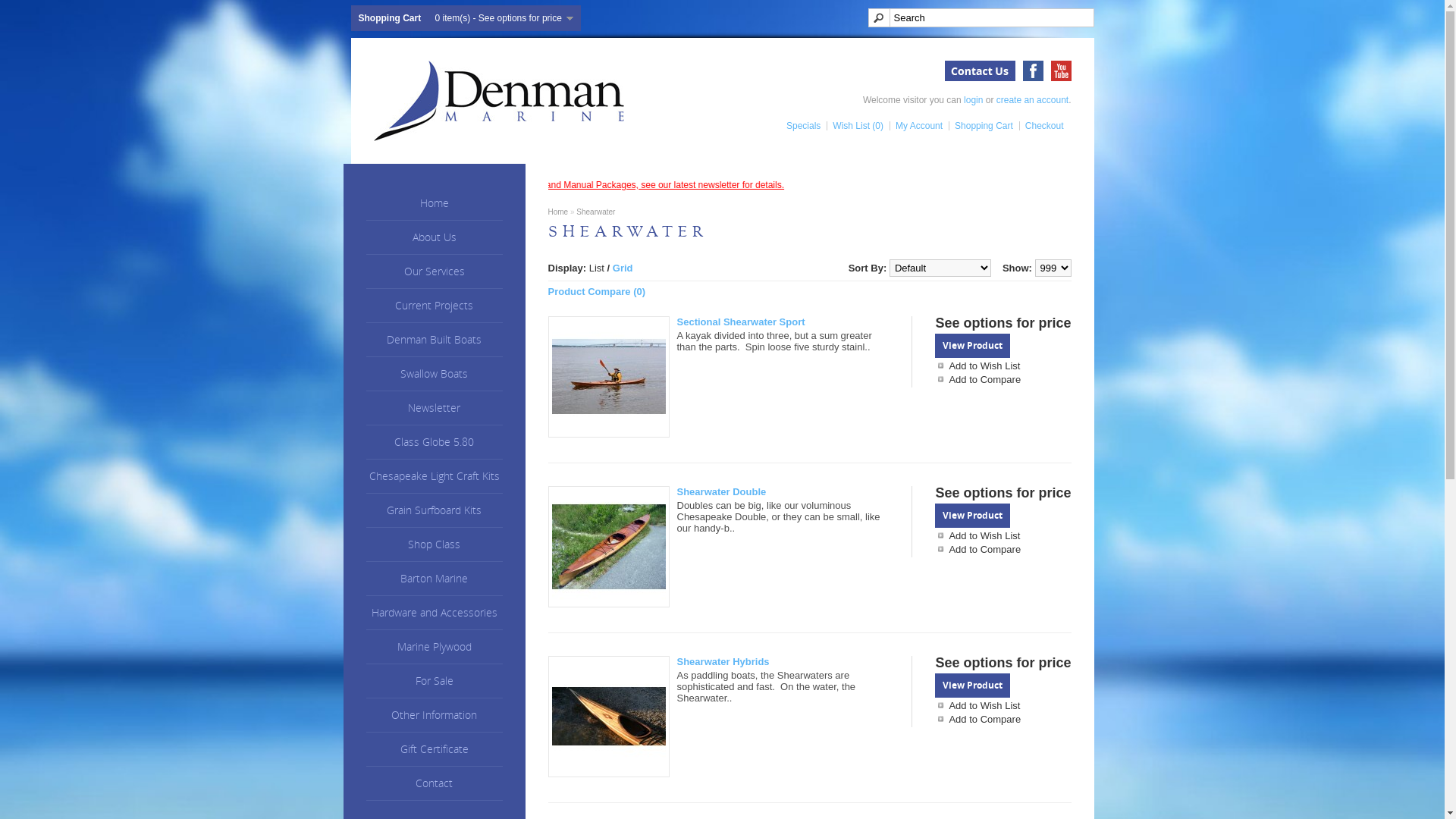  Describe the element at coordinates (934, 718) in the screenshot. I see `'Add to Compare'` at that location.